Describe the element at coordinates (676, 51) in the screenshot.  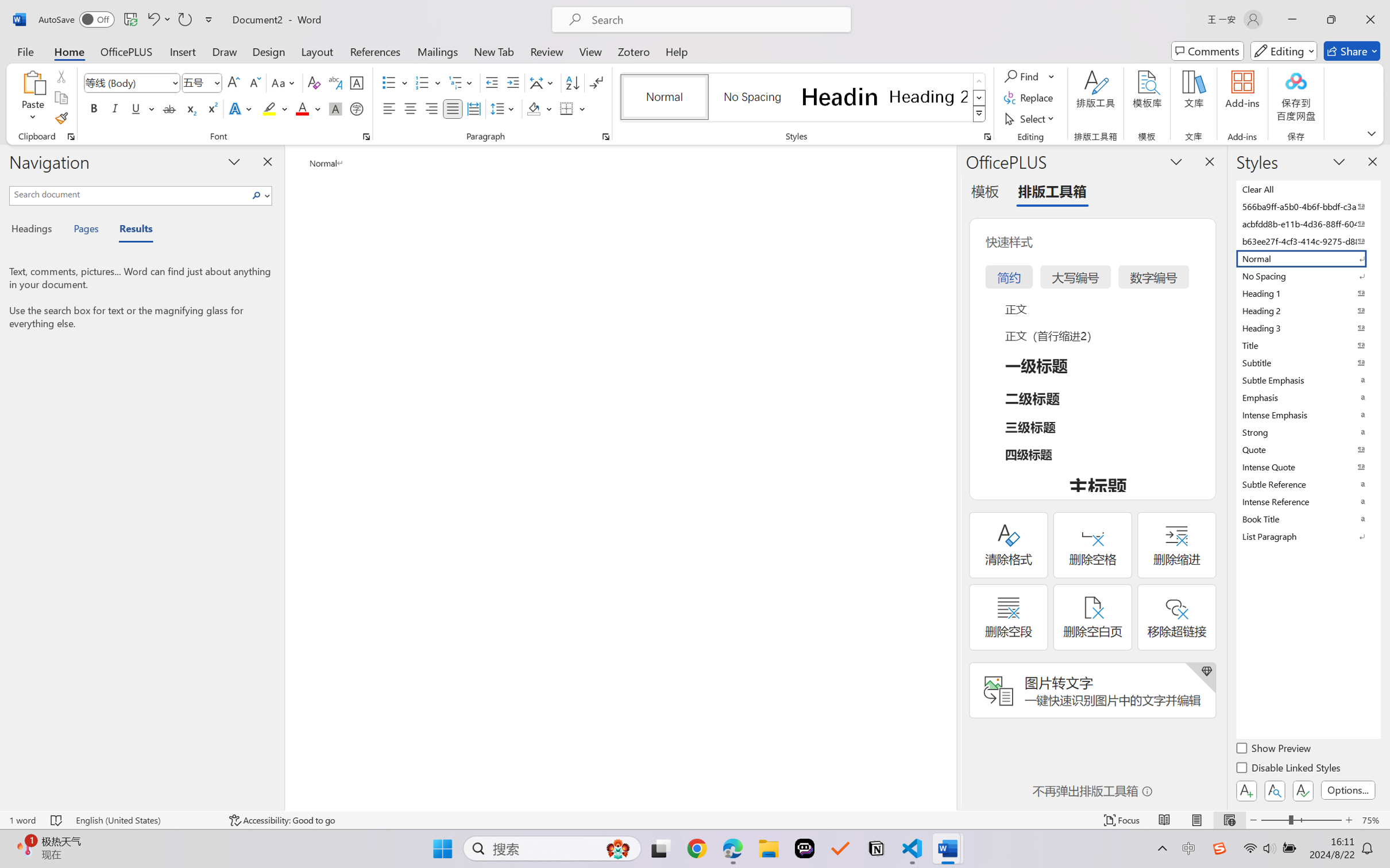
I see `'Help'` at that location.